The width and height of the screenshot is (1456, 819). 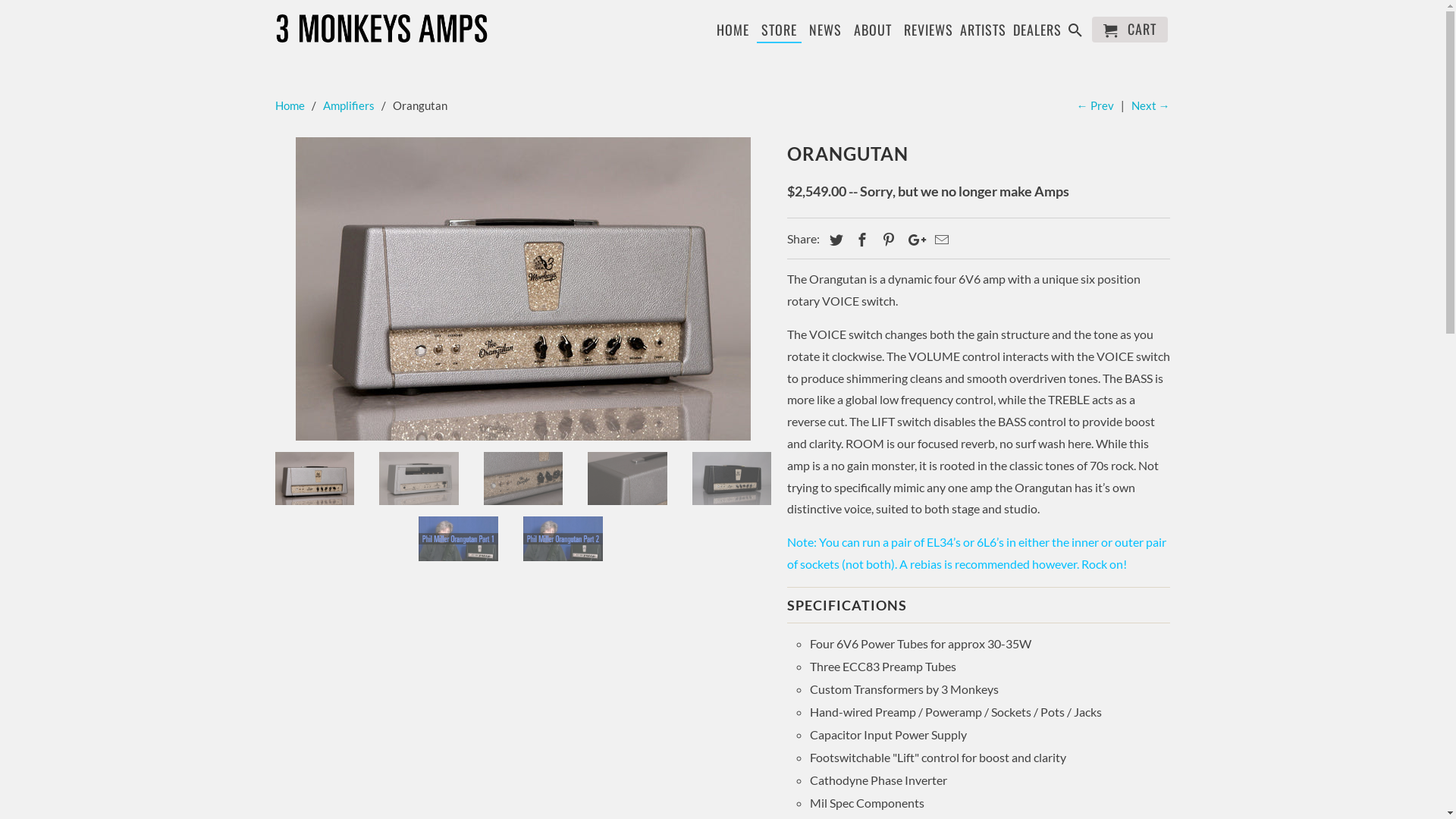 I want to click on 'CART', so click(x=1129, y=29).